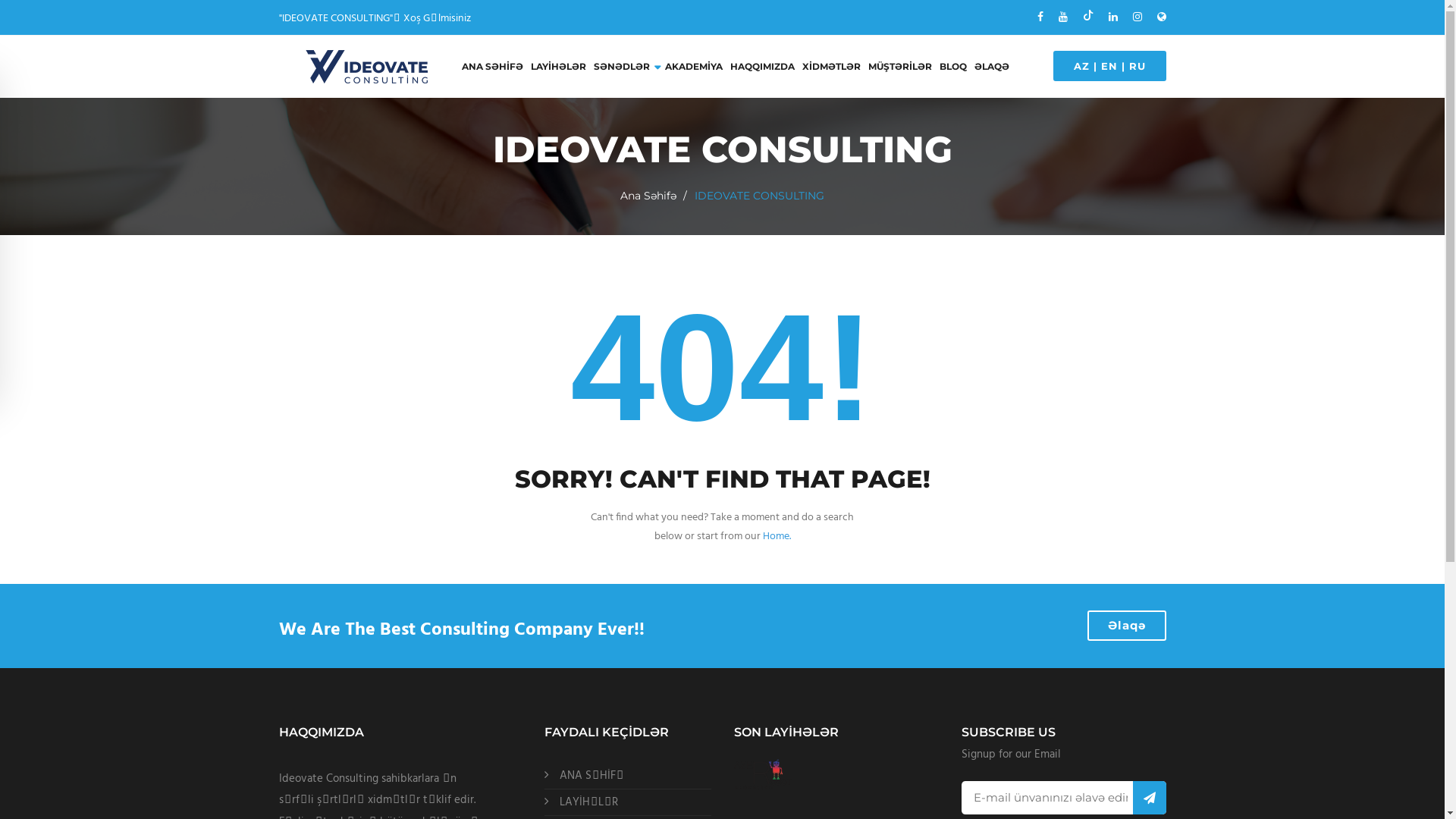 The height and width of the screenshot is (819, 1456). I want to click on 'tiktok', so click(1082, 17).